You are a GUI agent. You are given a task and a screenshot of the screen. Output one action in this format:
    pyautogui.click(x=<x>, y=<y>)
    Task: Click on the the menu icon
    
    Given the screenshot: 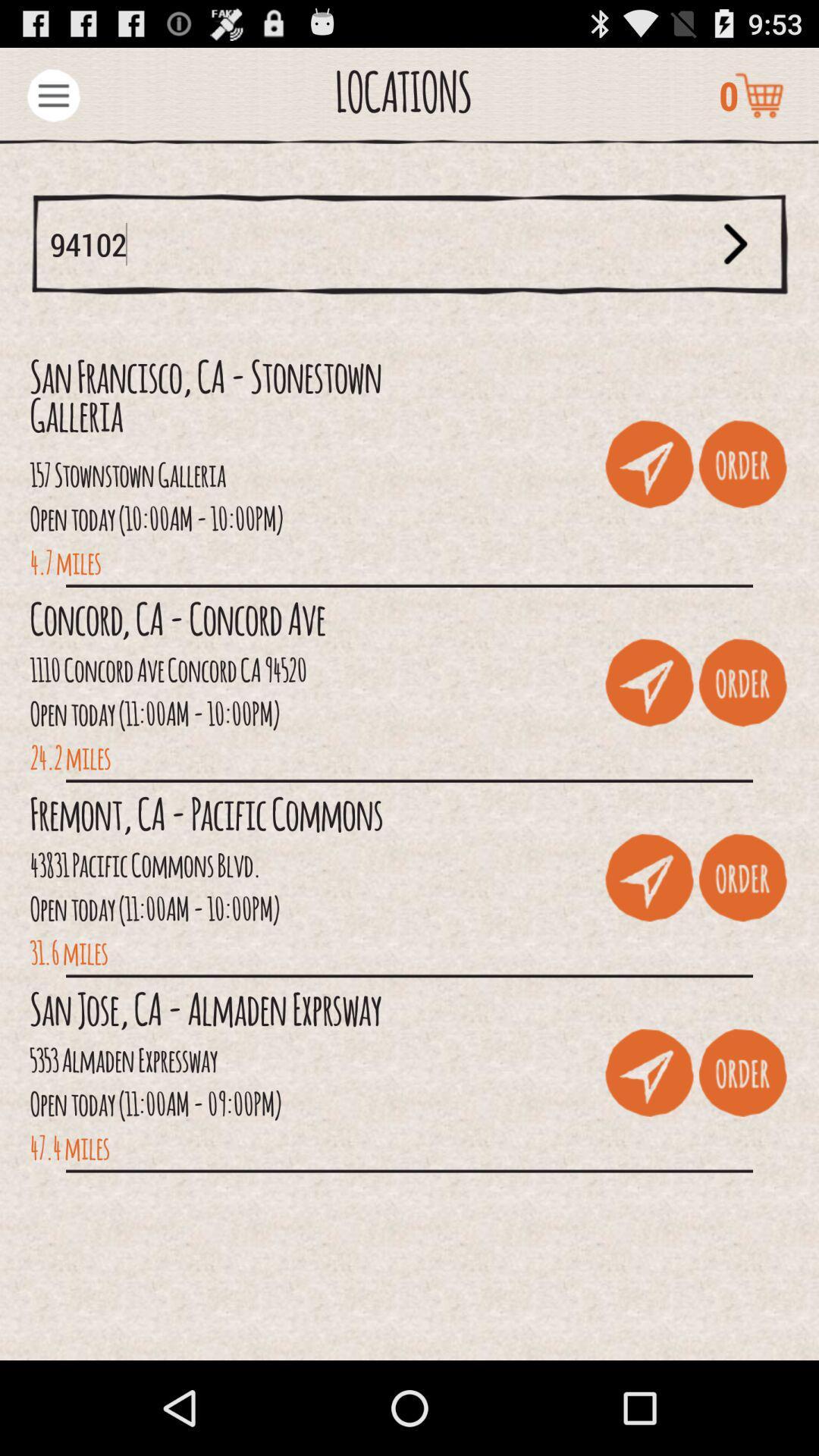 What is the action you would take?
    pyautogui.click(x=52, y=101)
    